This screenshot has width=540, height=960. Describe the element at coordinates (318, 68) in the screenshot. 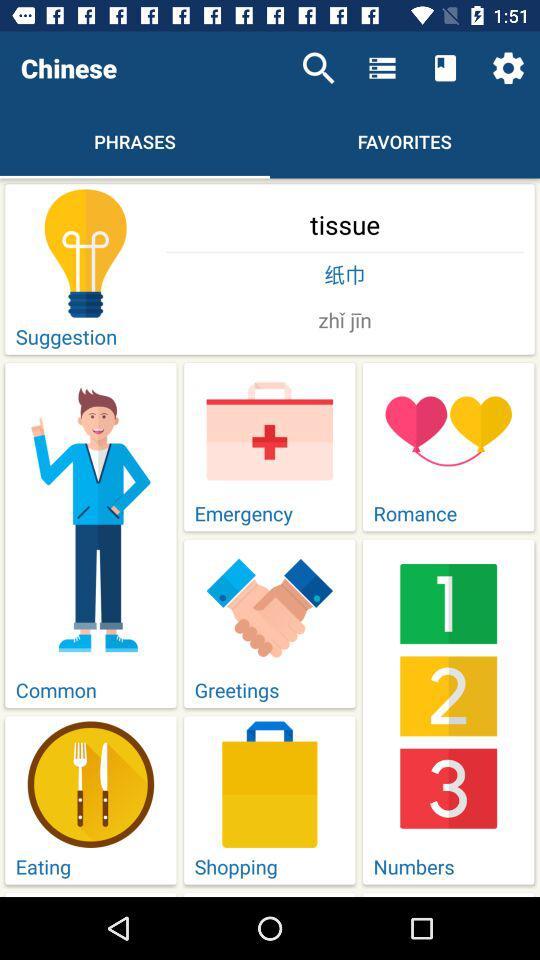

I see `the icon next to chinese item` at that location.